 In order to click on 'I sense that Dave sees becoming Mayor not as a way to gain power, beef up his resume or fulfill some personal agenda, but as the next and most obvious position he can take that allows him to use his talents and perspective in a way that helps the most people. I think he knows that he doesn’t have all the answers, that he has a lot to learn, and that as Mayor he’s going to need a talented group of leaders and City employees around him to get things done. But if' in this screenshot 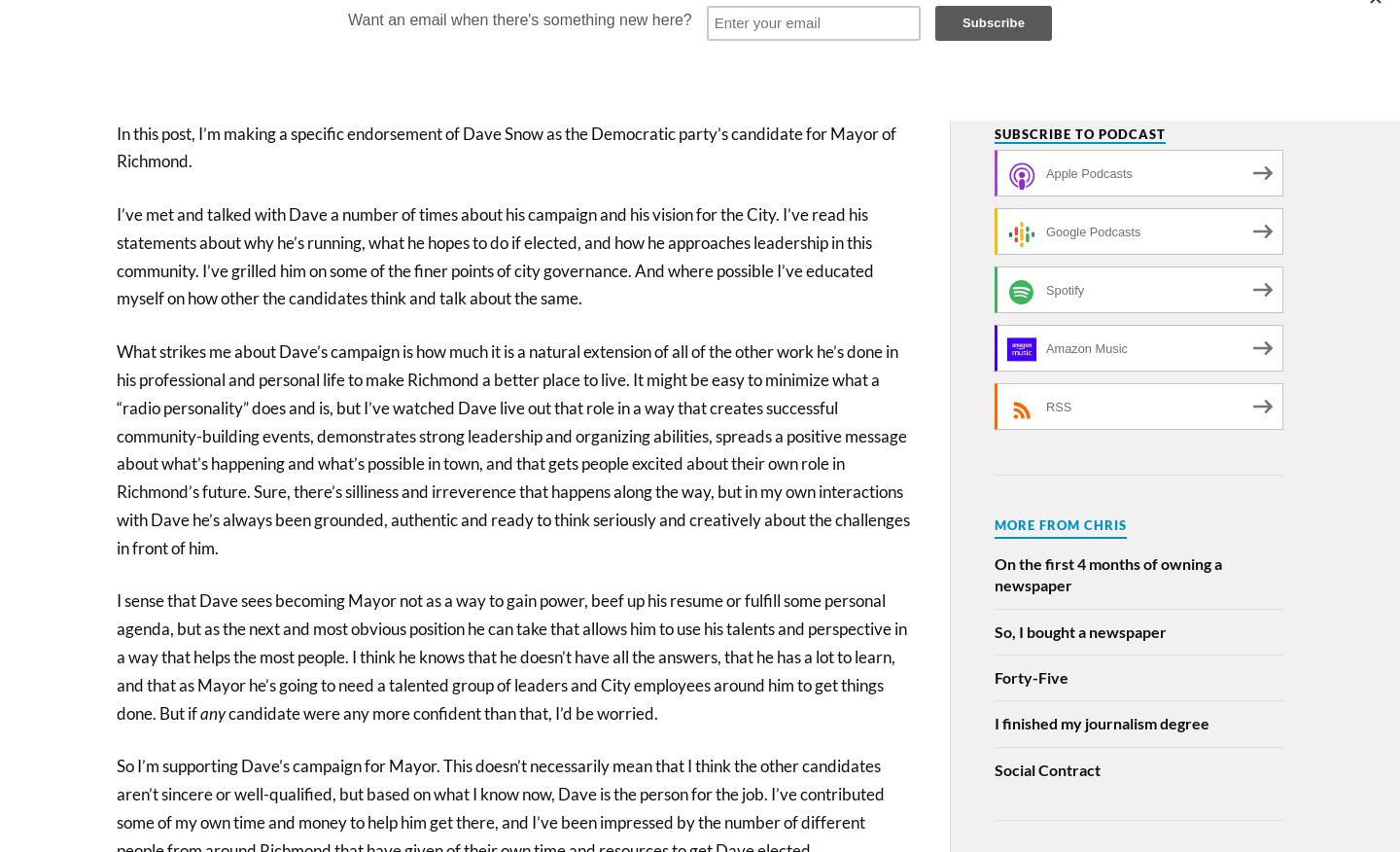, I will do `click(510, 656)`.